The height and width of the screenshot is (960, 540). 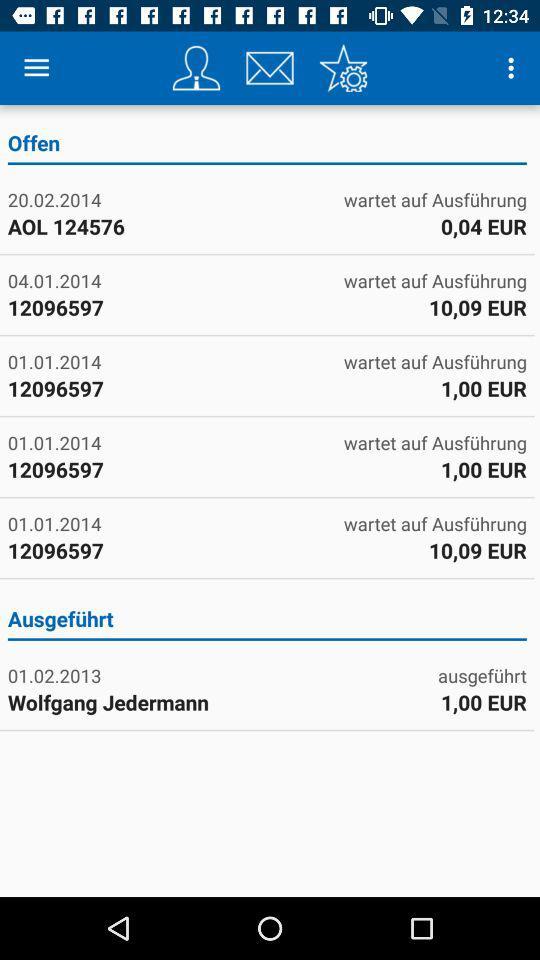 What do you see at coordinates (342, 68) in the screenshot?
I see `settings for app` at bounding box center [342, 68].